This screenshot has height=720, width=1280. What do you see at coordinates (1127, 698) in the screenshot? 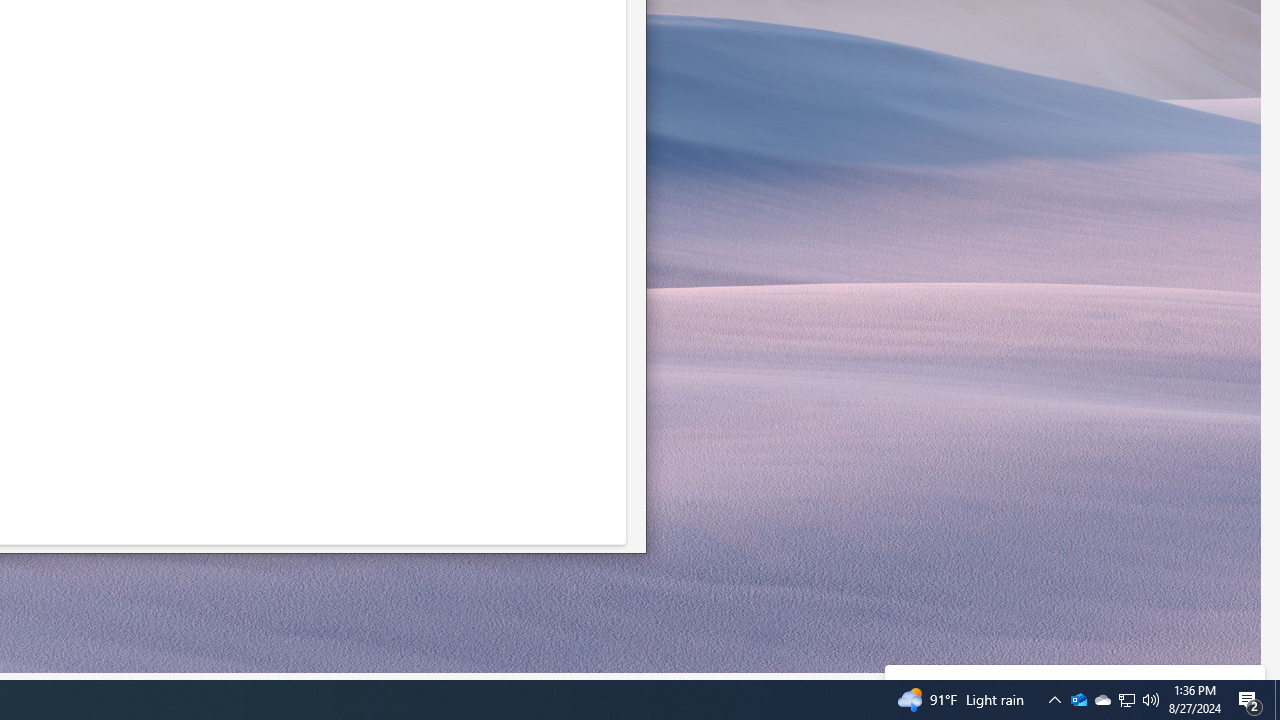
I see `'System Promoted Notification Area'` at bounding box center [1127, 698].